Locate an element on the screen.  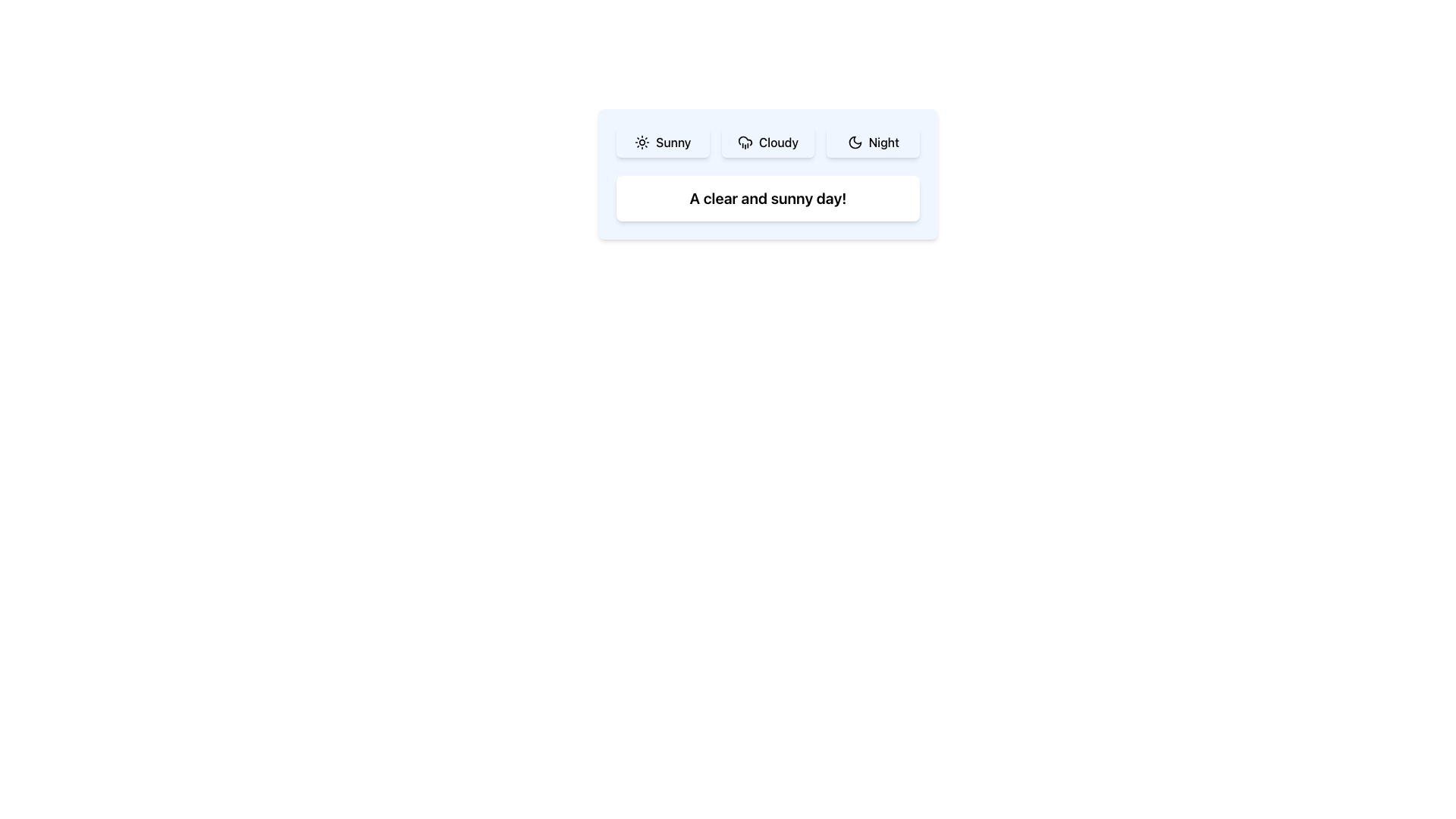
the 'Night' weather condition icon located at the far right of the three options in the horizontal menu is located at coordinates (855, 143).